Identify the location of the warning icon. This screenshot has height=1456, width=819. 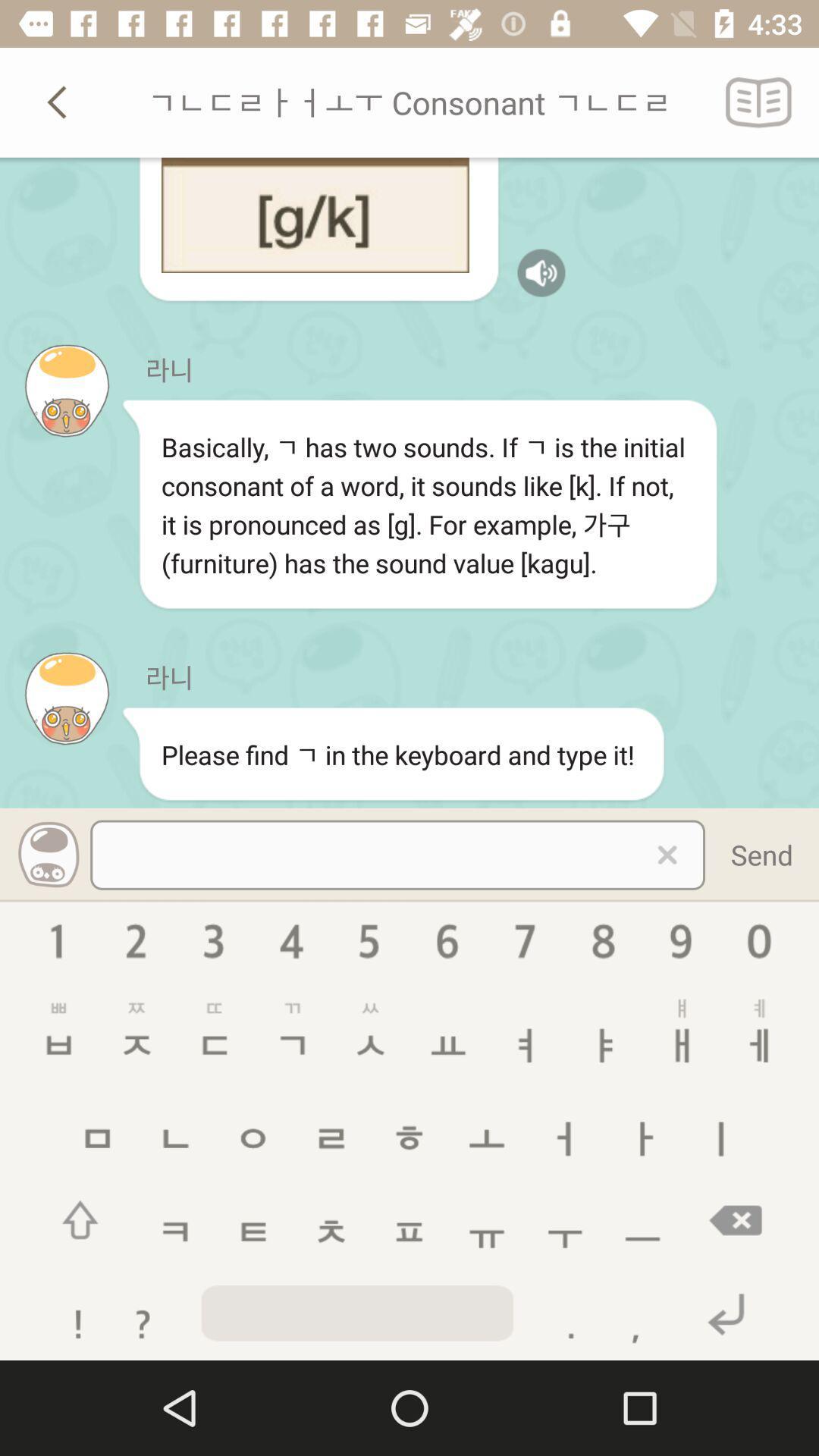
(79, 1313).